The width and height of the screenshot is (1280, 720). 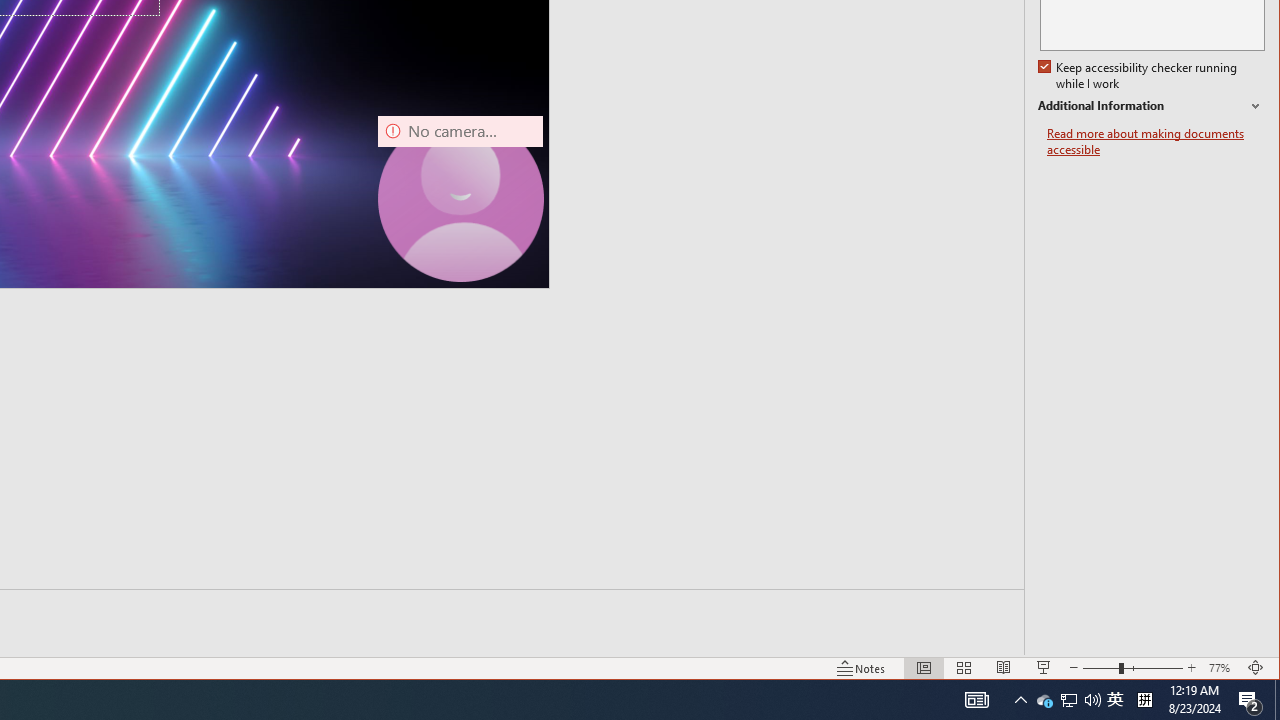 I want to click on 'Additional Information', so click(x=1151, y=106).